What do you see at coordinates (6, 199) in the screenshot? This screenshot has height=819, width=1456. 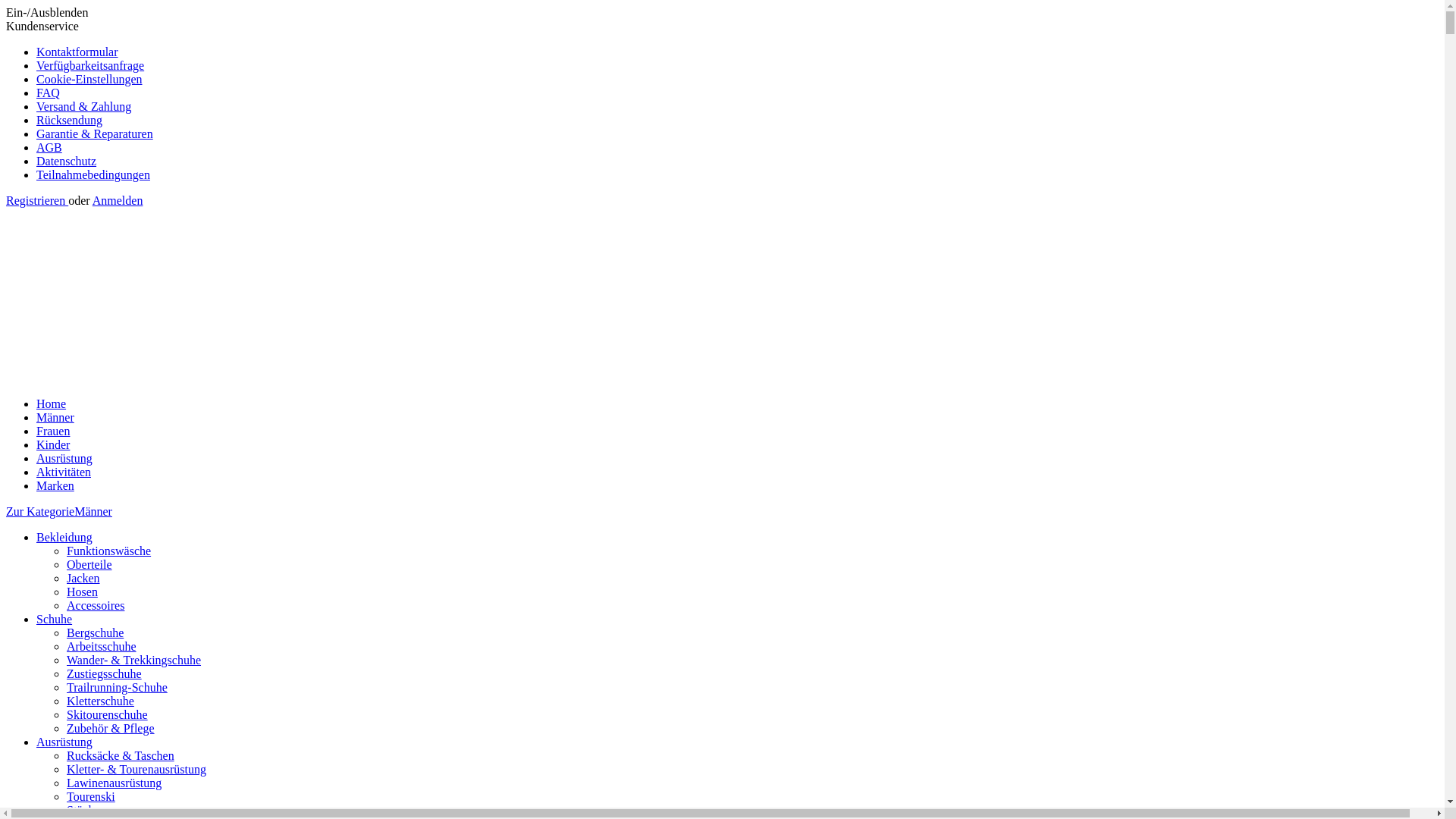 I see `'Registrieren'` at bounding box center [6, 199].